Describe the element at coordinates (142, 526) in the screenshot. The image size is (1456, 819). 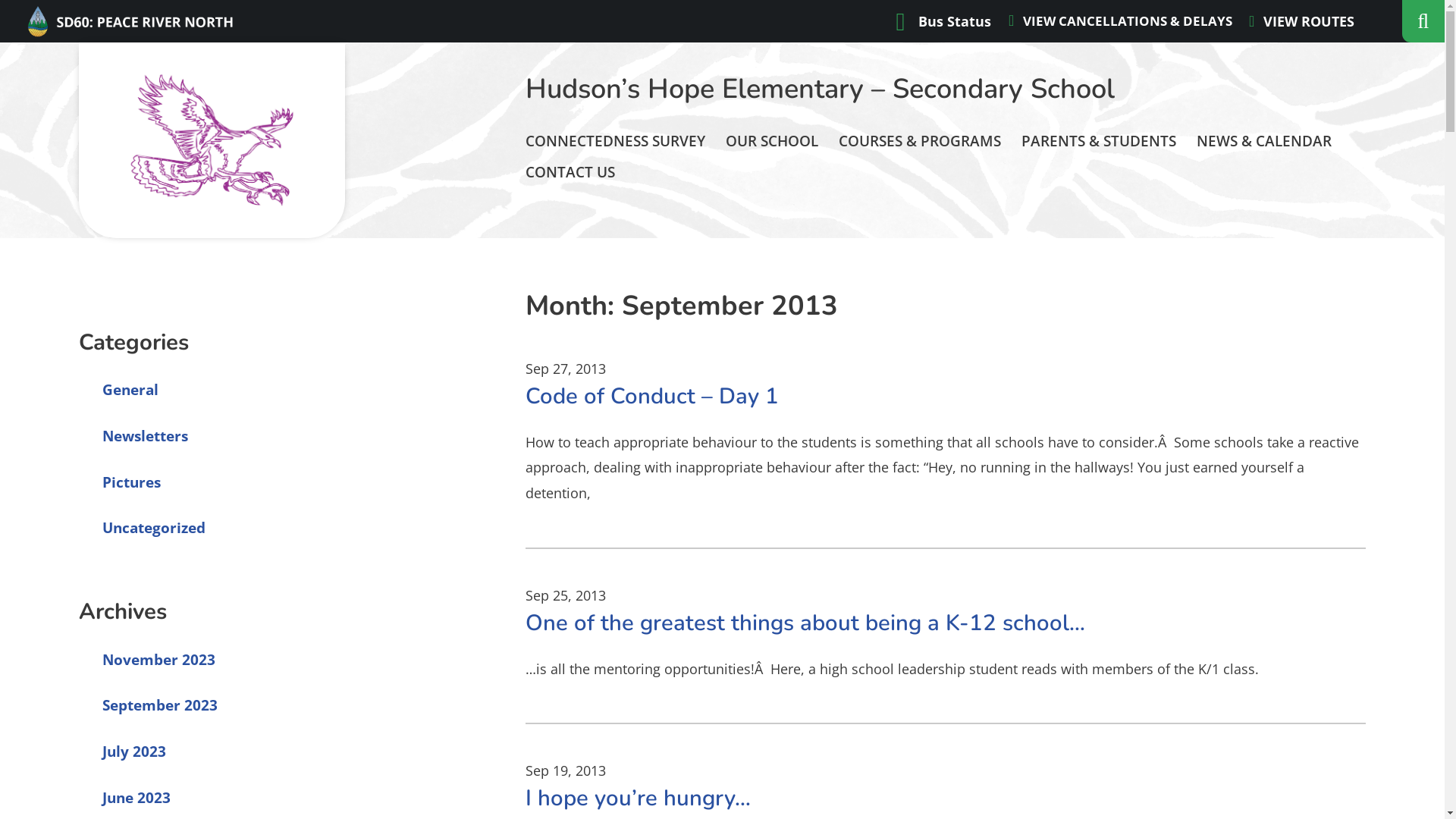
I see `'Uncategorized'` at that location.